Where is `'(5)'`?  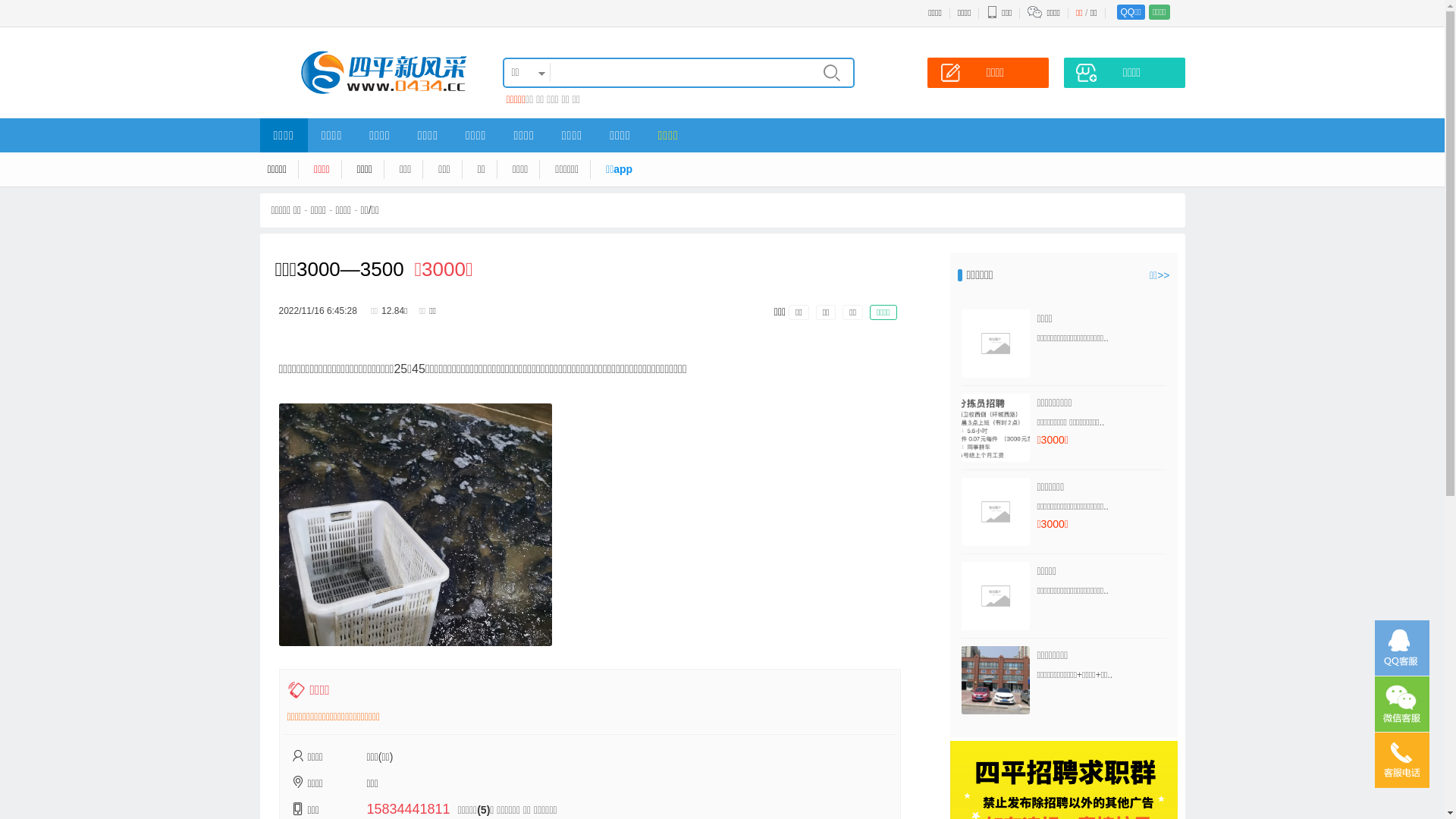
'(5)' is located at coordinates (482, 809).